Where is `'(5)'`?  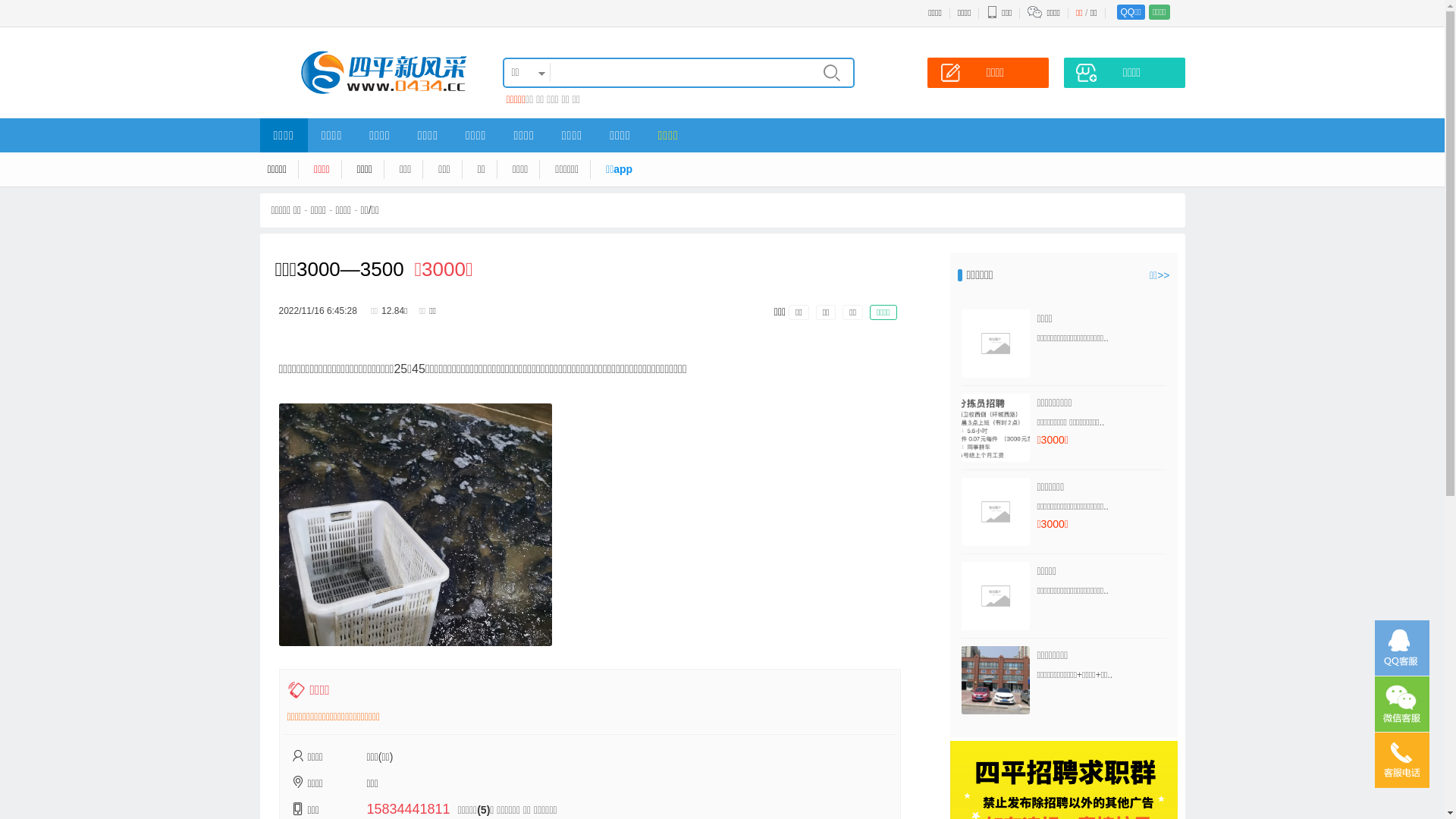
'(5)' is located at coordinates (482, 809).